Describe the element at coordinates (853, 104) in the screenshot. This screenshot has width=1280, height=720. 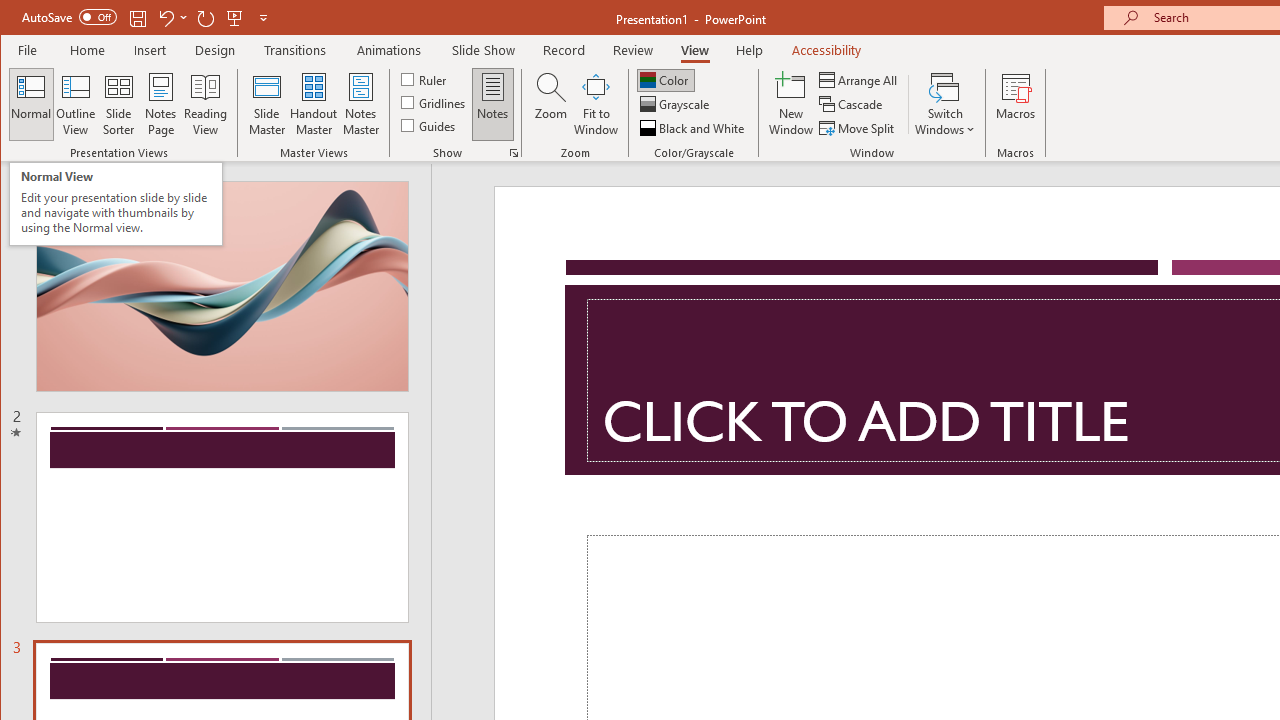
I see `'Cascade'` at that location.